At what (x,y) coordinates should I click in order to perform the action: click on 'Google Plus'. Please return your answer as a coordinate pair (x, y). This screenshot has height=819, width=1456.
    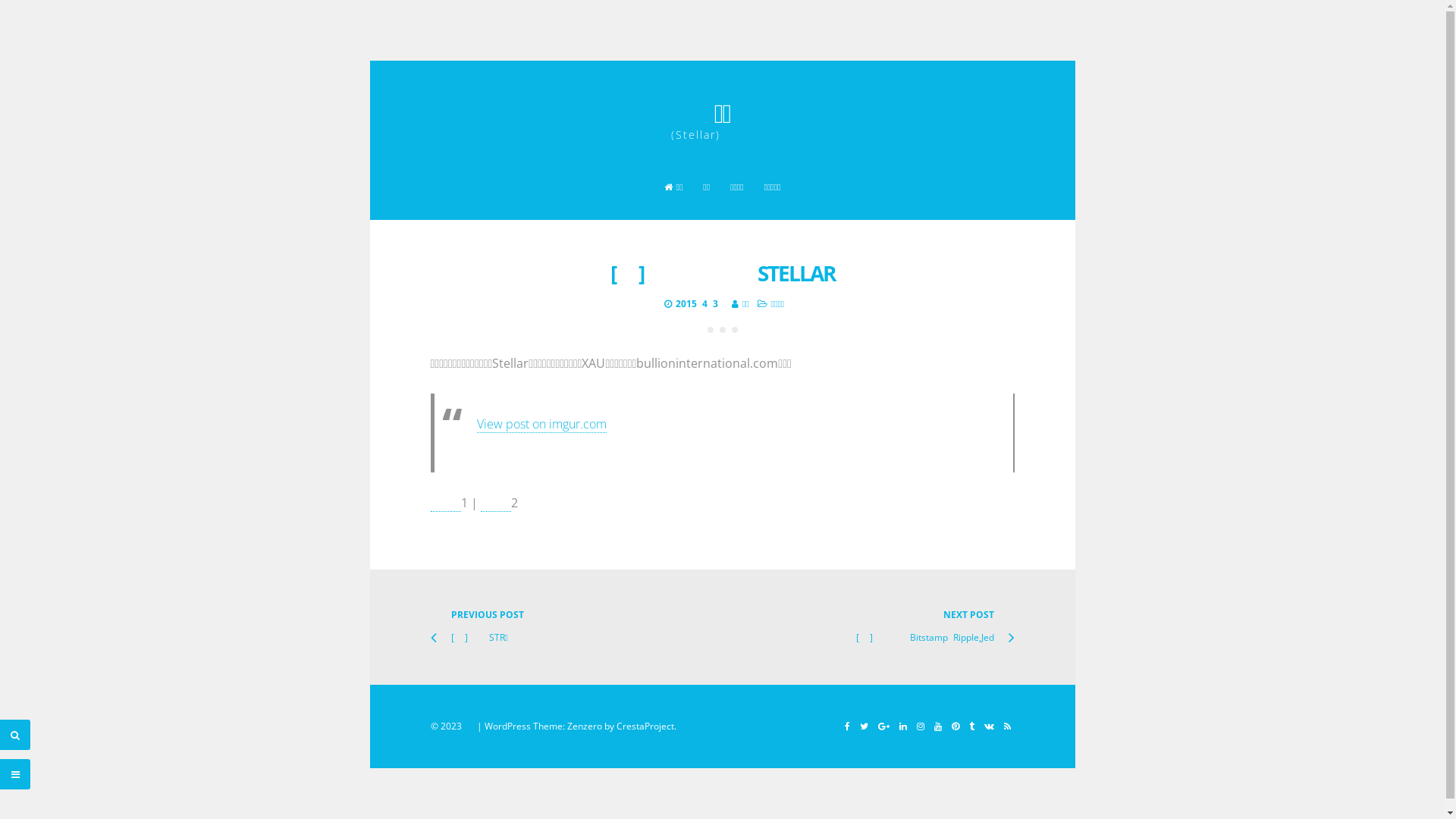
    Looking at the image, I should click on (883, 725).